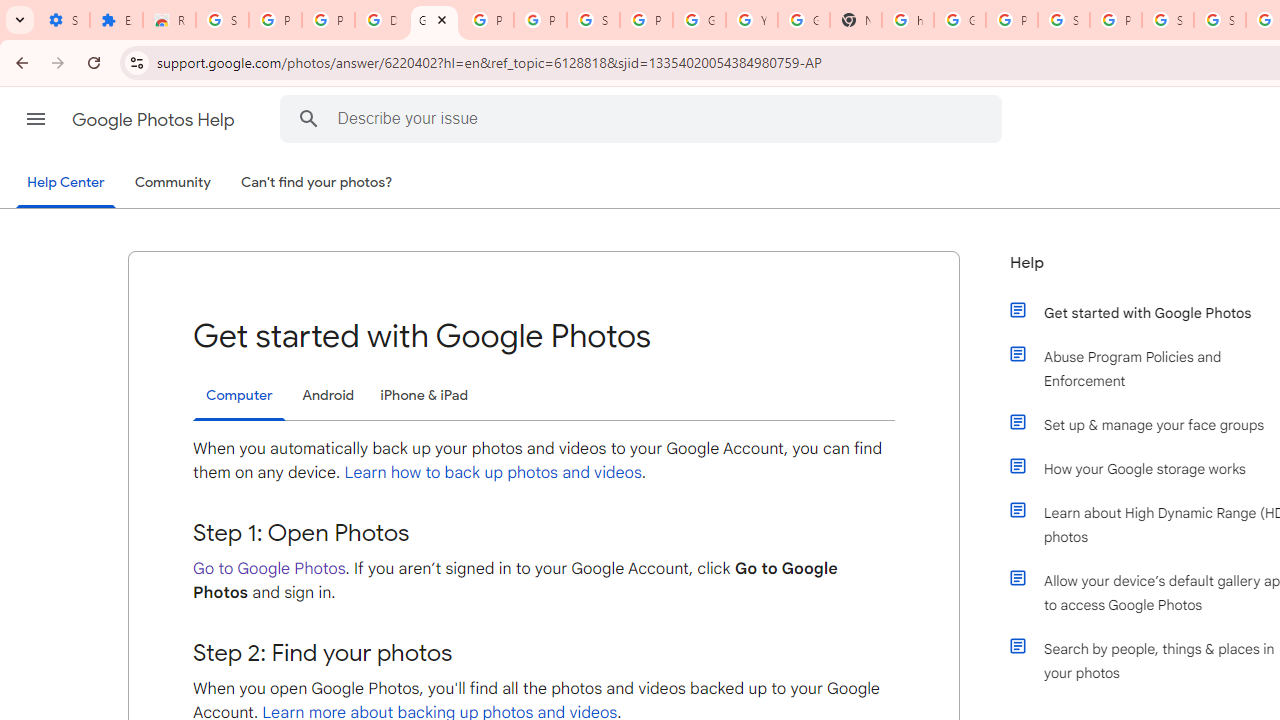  What do you see at coordinates (154, 119) in the screenshot?
I see `'Google Photos Help'` at bounding box center [154, 119].